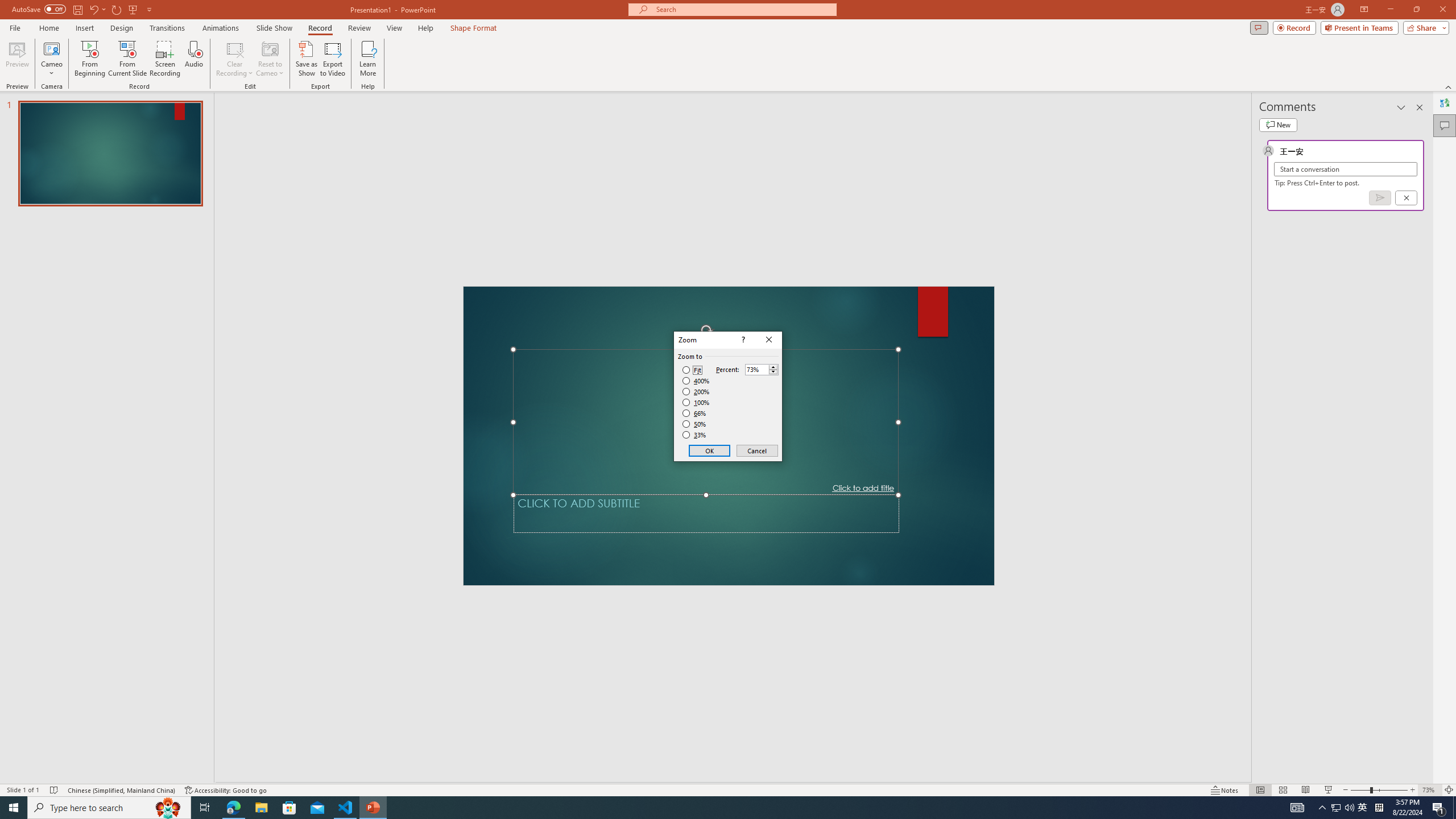 The image size is (1456, 819). What do you see at coordinates (1335, 806) in the screenshot?
I see `'AutomationID: 4105'` at bounding box center [1335, 806].